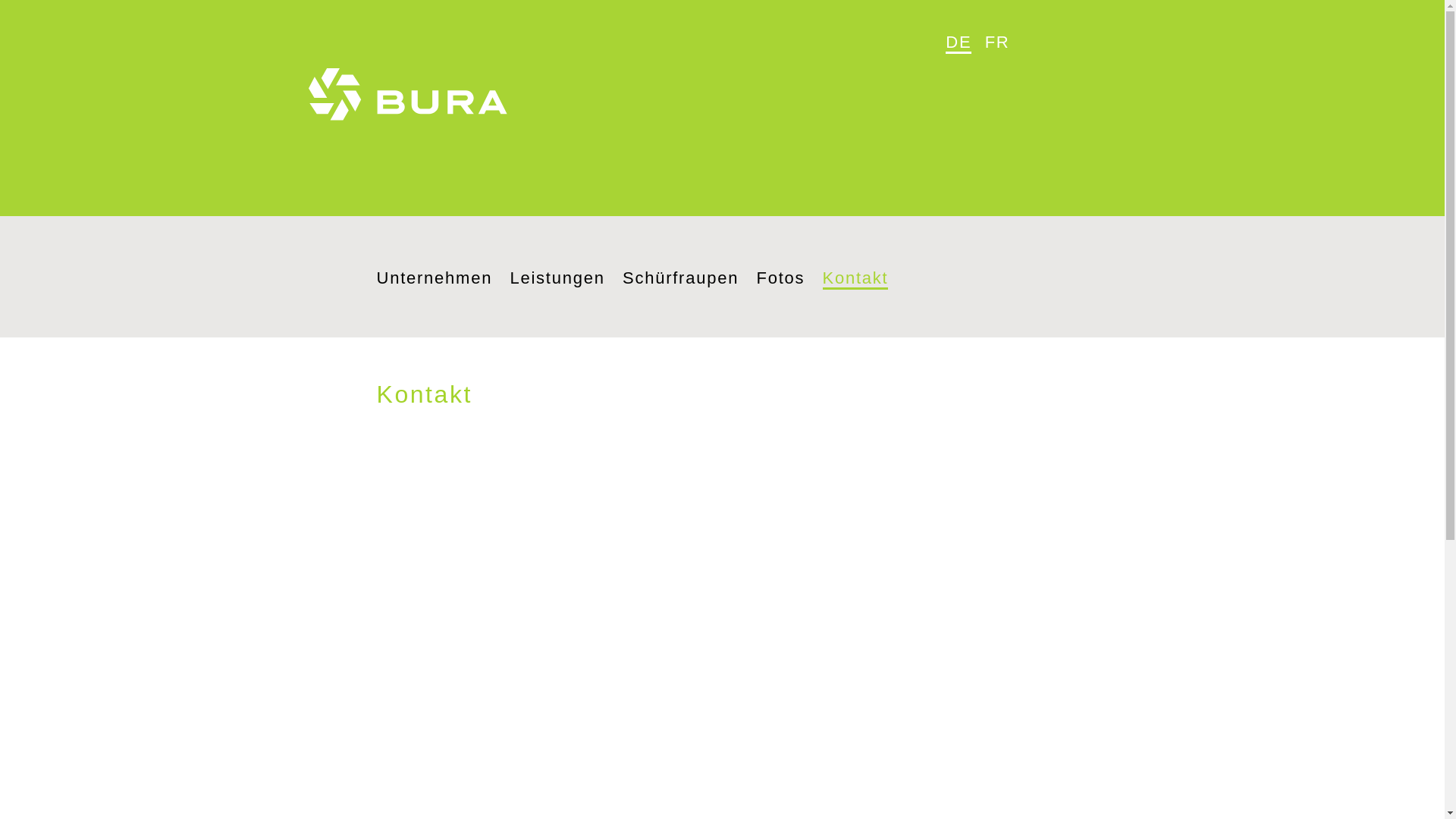 This screenshot has height=819, width=1456. What do you see at coordinates (997, 41) in the screenshot?
I see `'FR'` at bounding box center [997, 41].